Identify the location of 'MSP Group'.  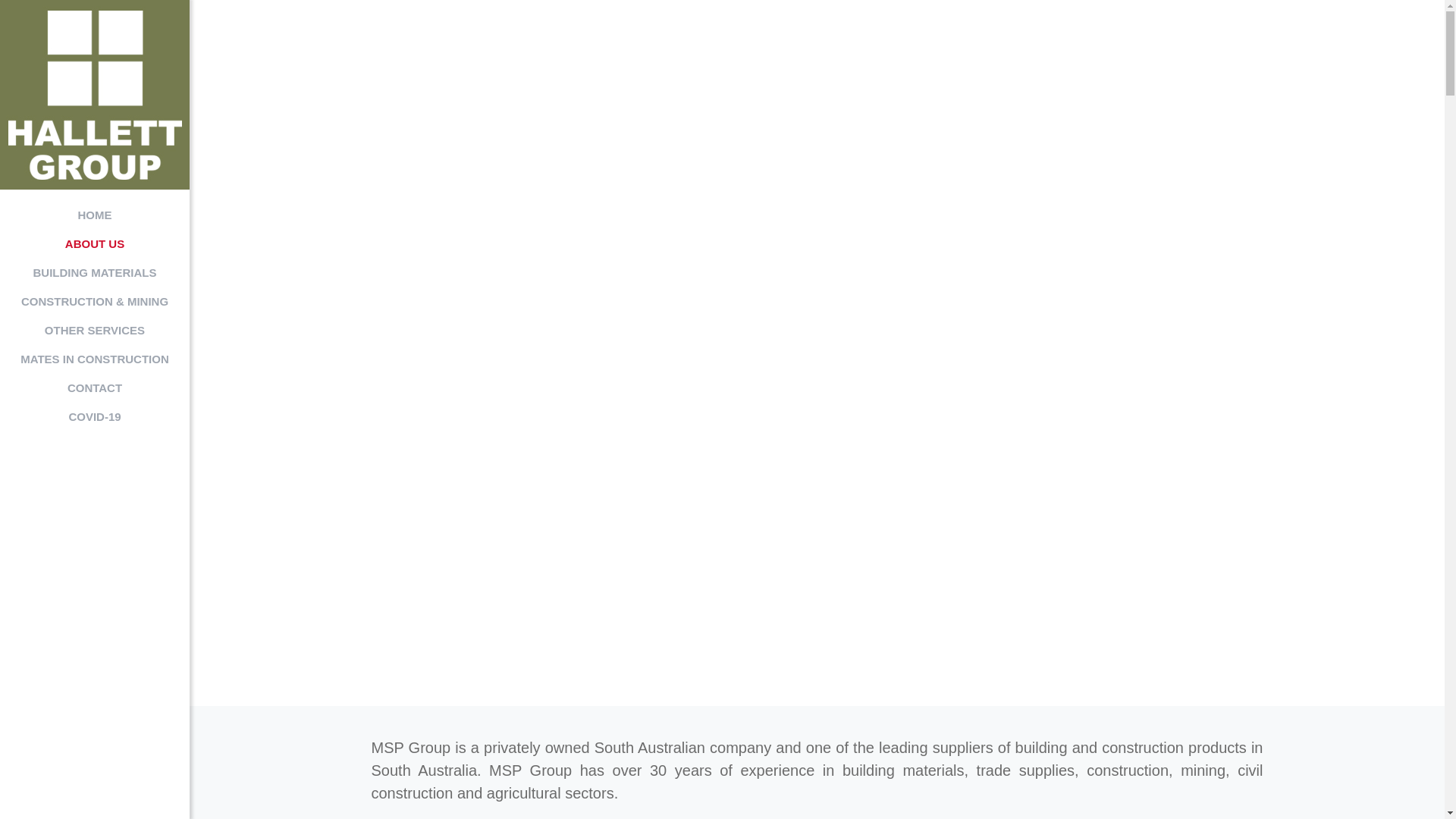
(93, 94).